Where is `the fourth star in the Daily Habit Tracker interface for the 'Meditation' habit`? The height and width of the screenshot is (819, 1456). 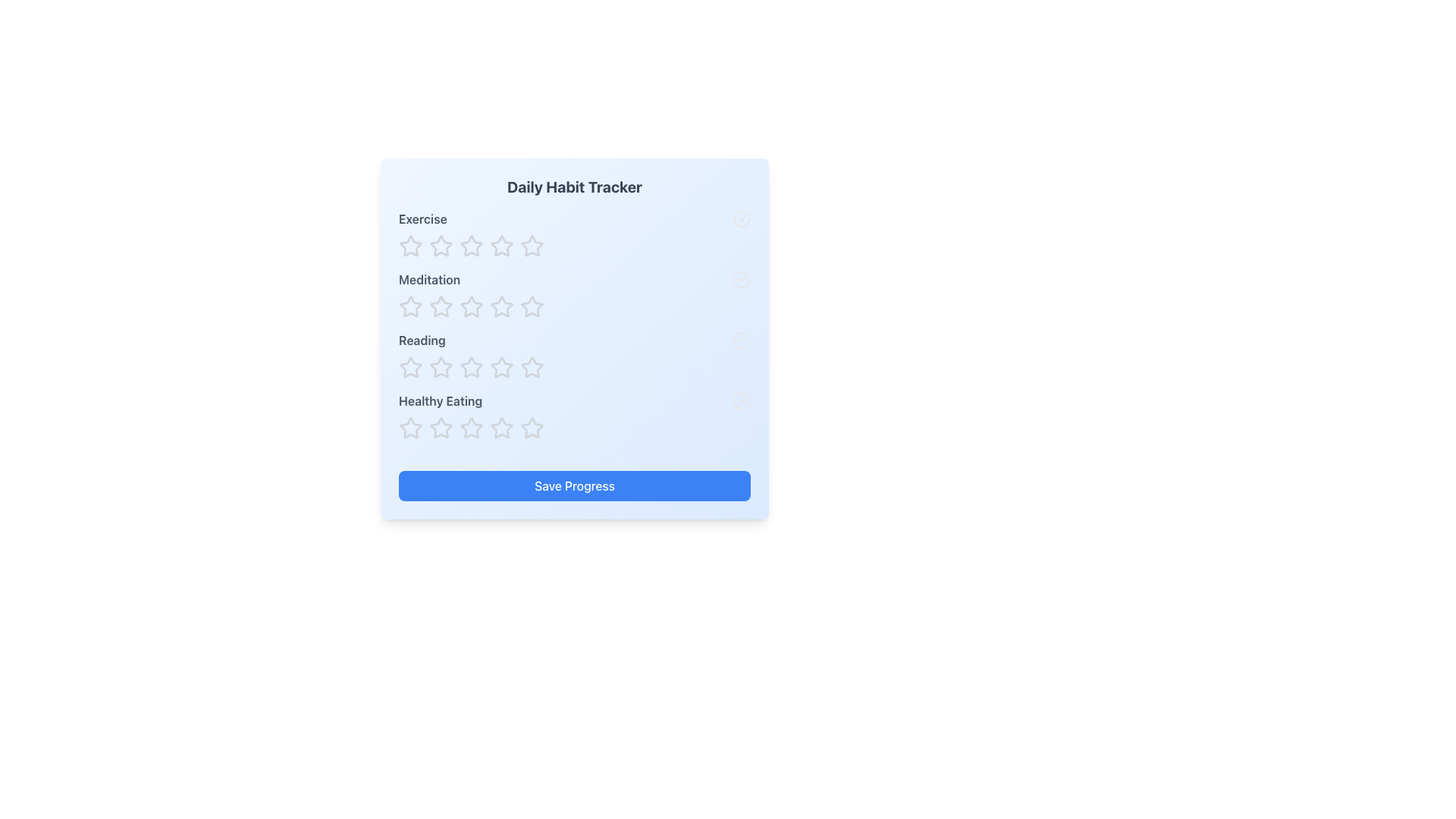
the fourth star in the Daily Habit Tracker interface for the 'Meditation' habit is located at coordinates (502, 307).